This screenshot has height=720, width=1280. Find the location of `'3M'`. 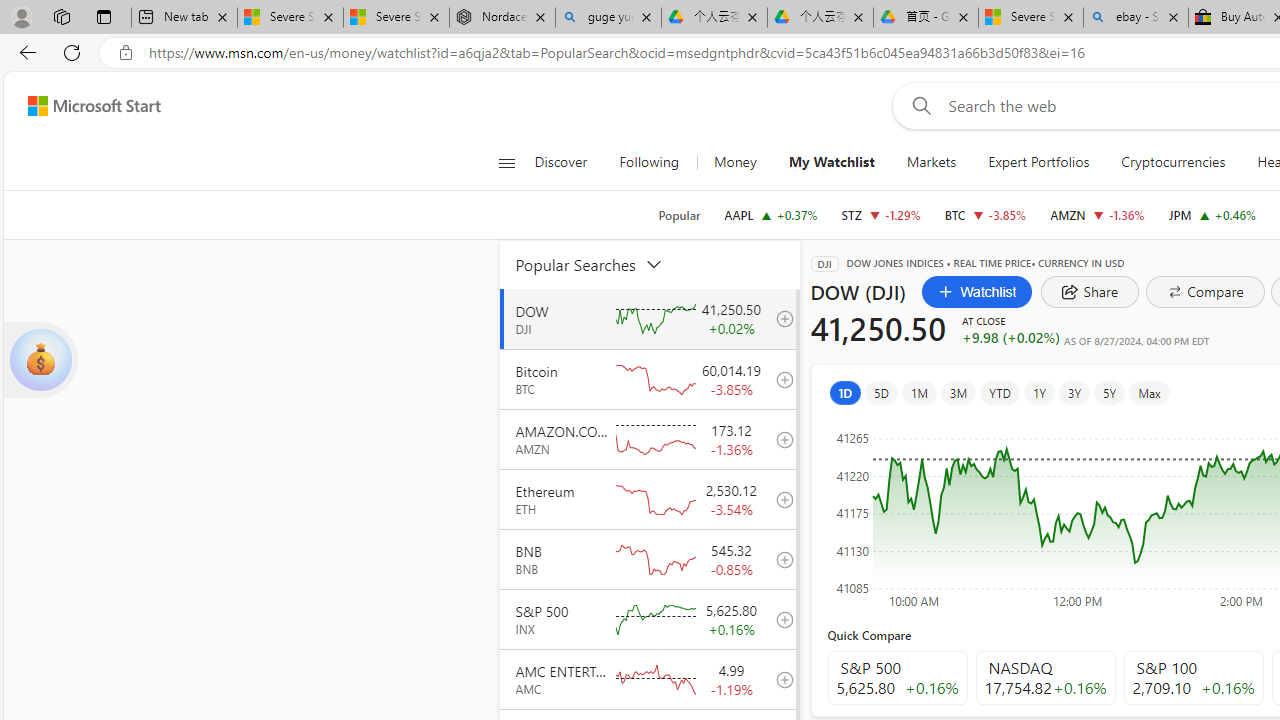

'3M' is located at coordinates (957, 392).